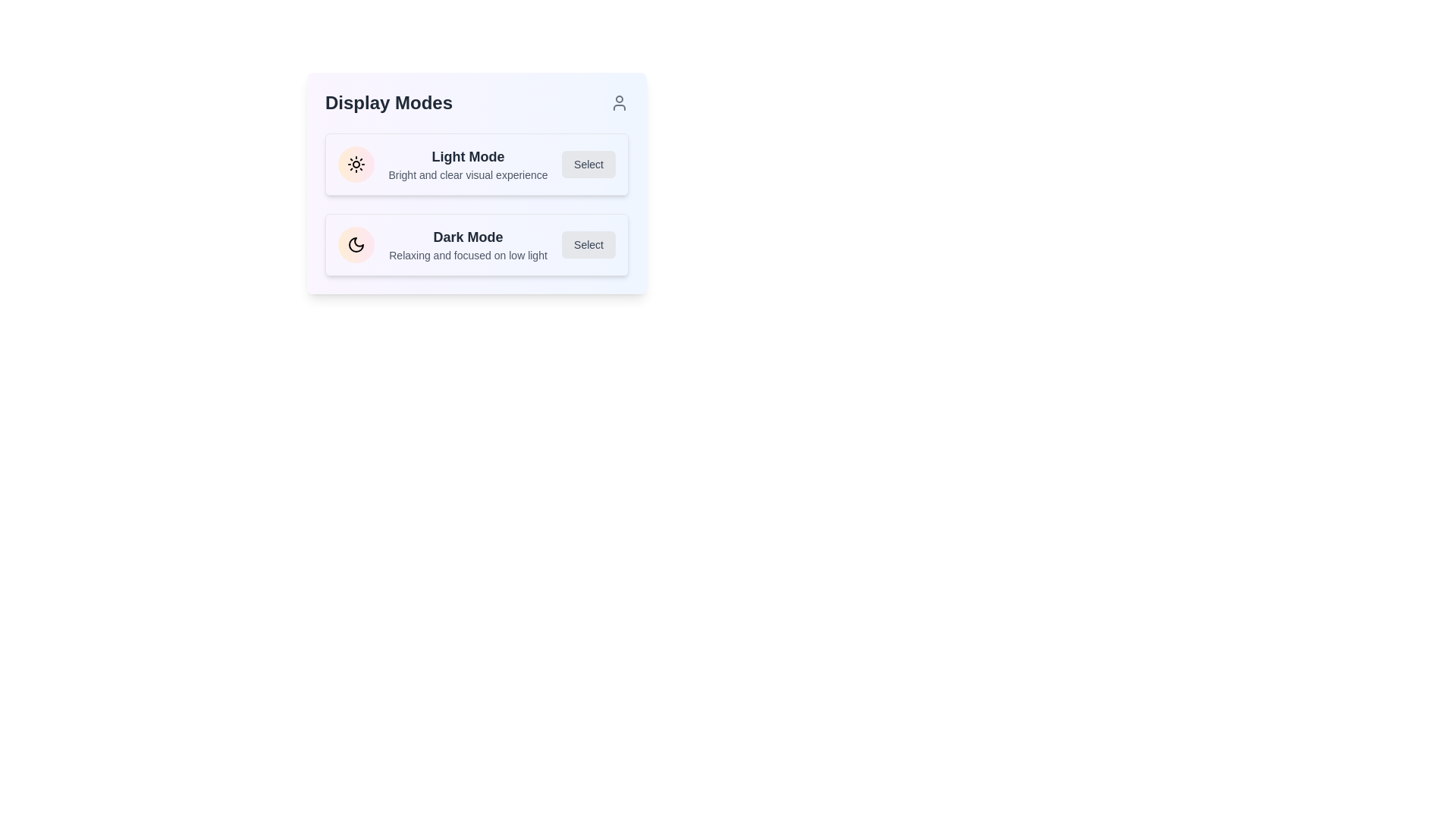 The height and width of the screenshot is (819, 1456). What do you see at coordinates (356, 164) in the screenshot?
I see `the circular decorative icon with a gradient background transitioning from orange to pink, which features a black sun icon and is located to the left of the 'Light Mode' text in the display mode options` at bounding box center [356, 164].